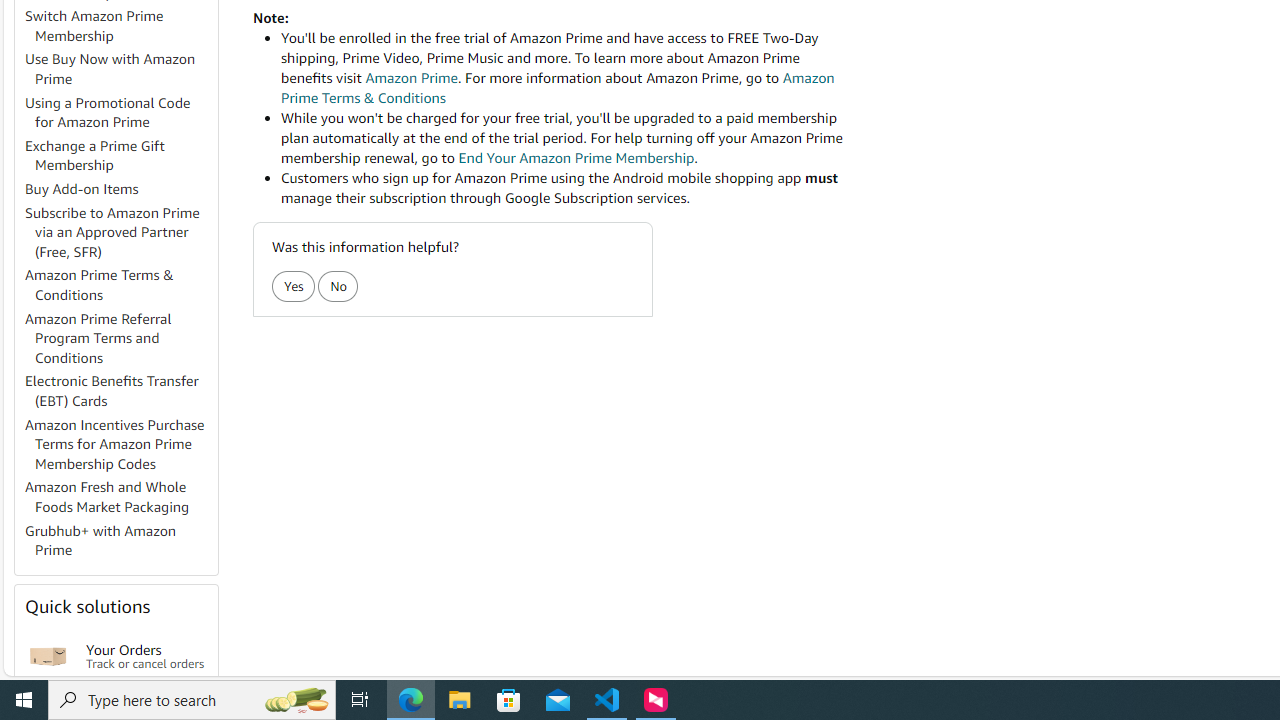 This screenshot has width=1280, height=720. I want to click on 'Use Buy Now with Amazon Prime', so click(119, 68).